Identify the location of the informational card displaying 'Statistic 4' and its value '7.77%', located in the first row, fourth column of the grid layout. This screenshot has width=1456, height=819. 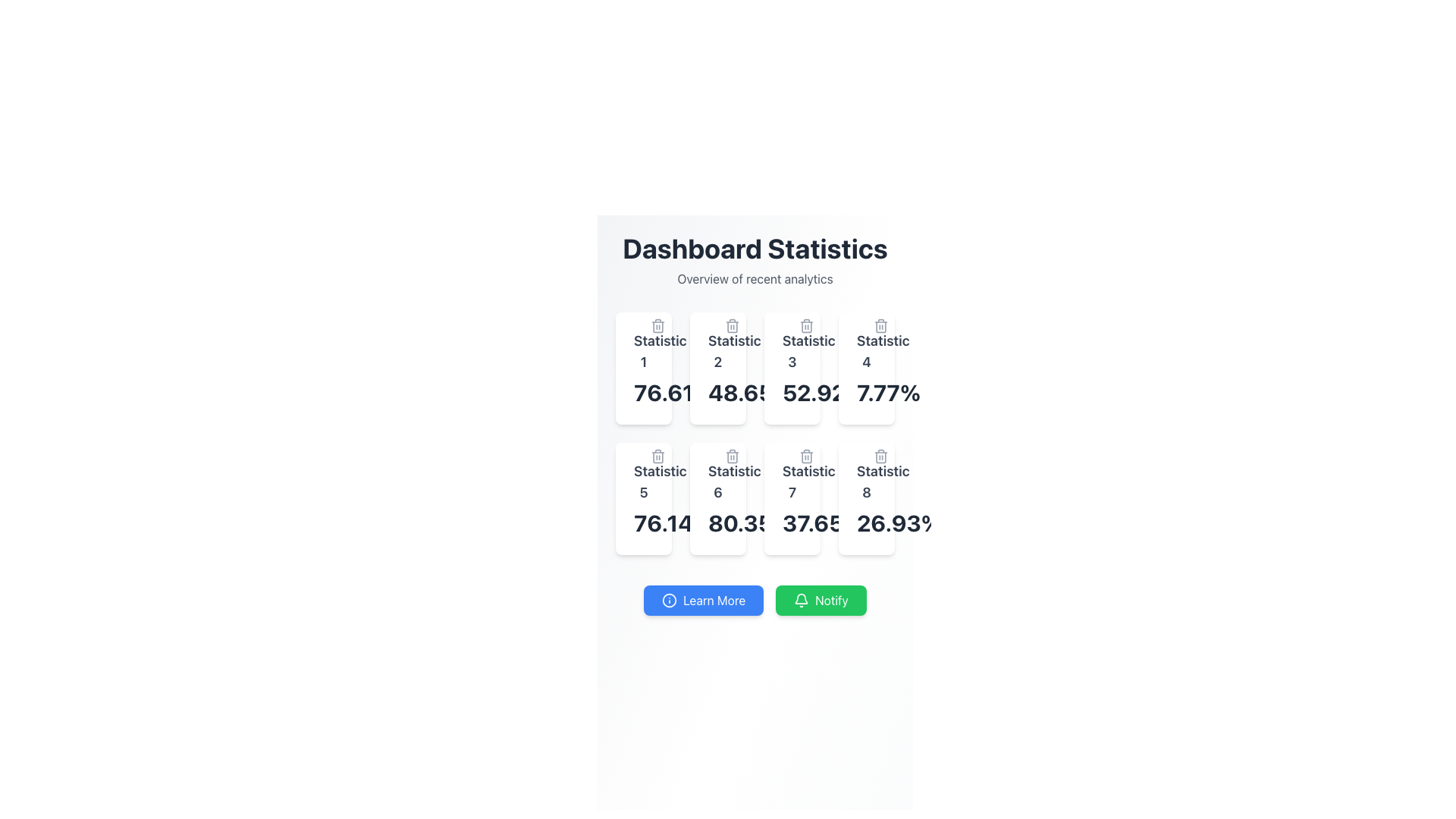
(866, 369).